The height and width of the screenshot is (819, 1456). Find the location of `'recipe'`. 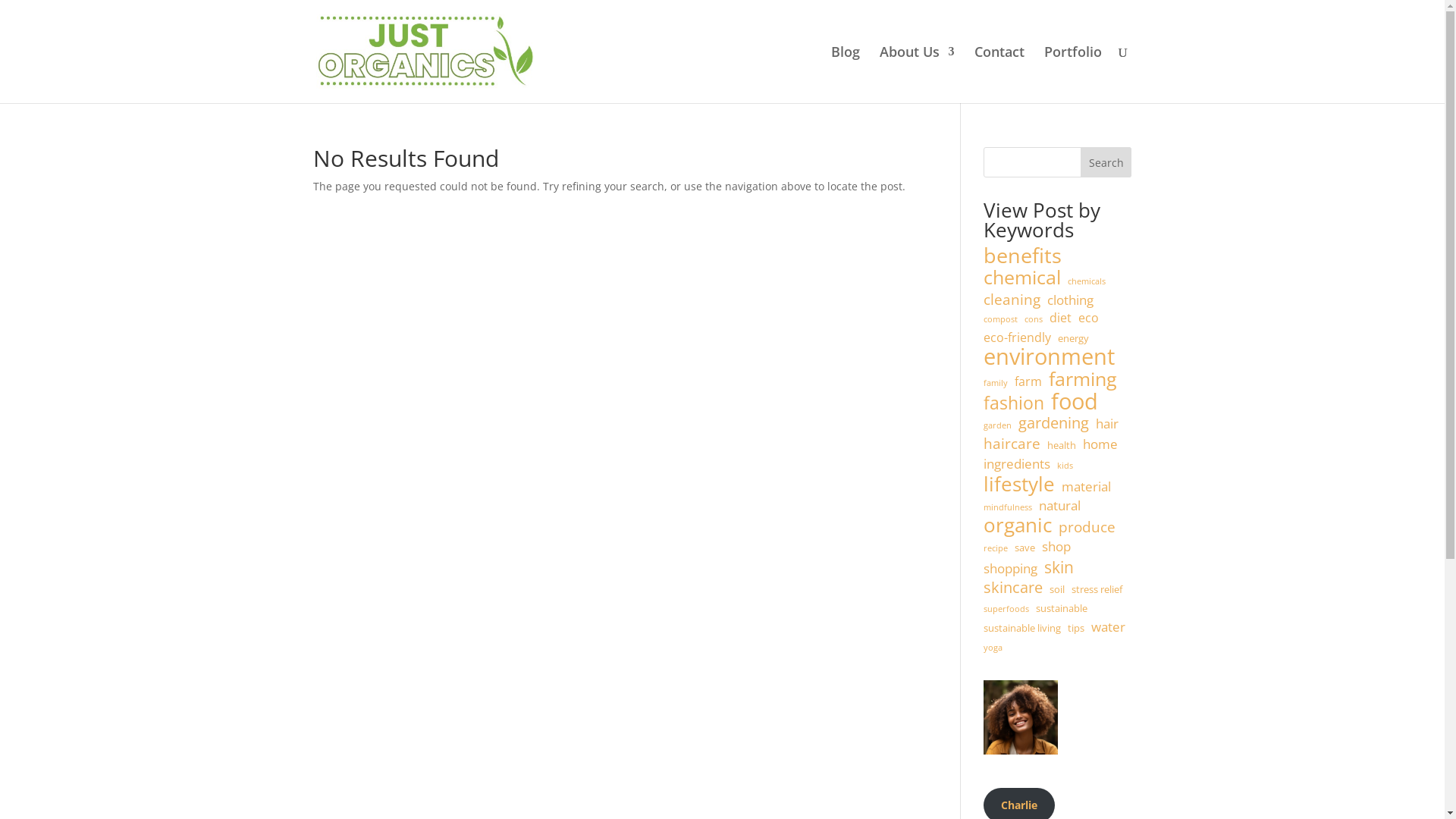

'recipe' is located at coordinates (996, 549).